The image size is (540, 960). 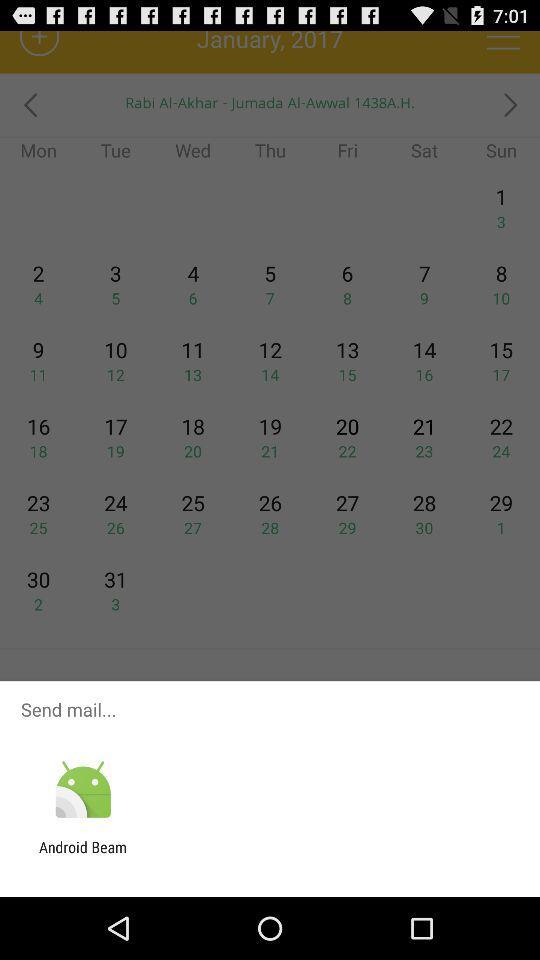 I want to click on the android beam item, so click(x=82, y=855).